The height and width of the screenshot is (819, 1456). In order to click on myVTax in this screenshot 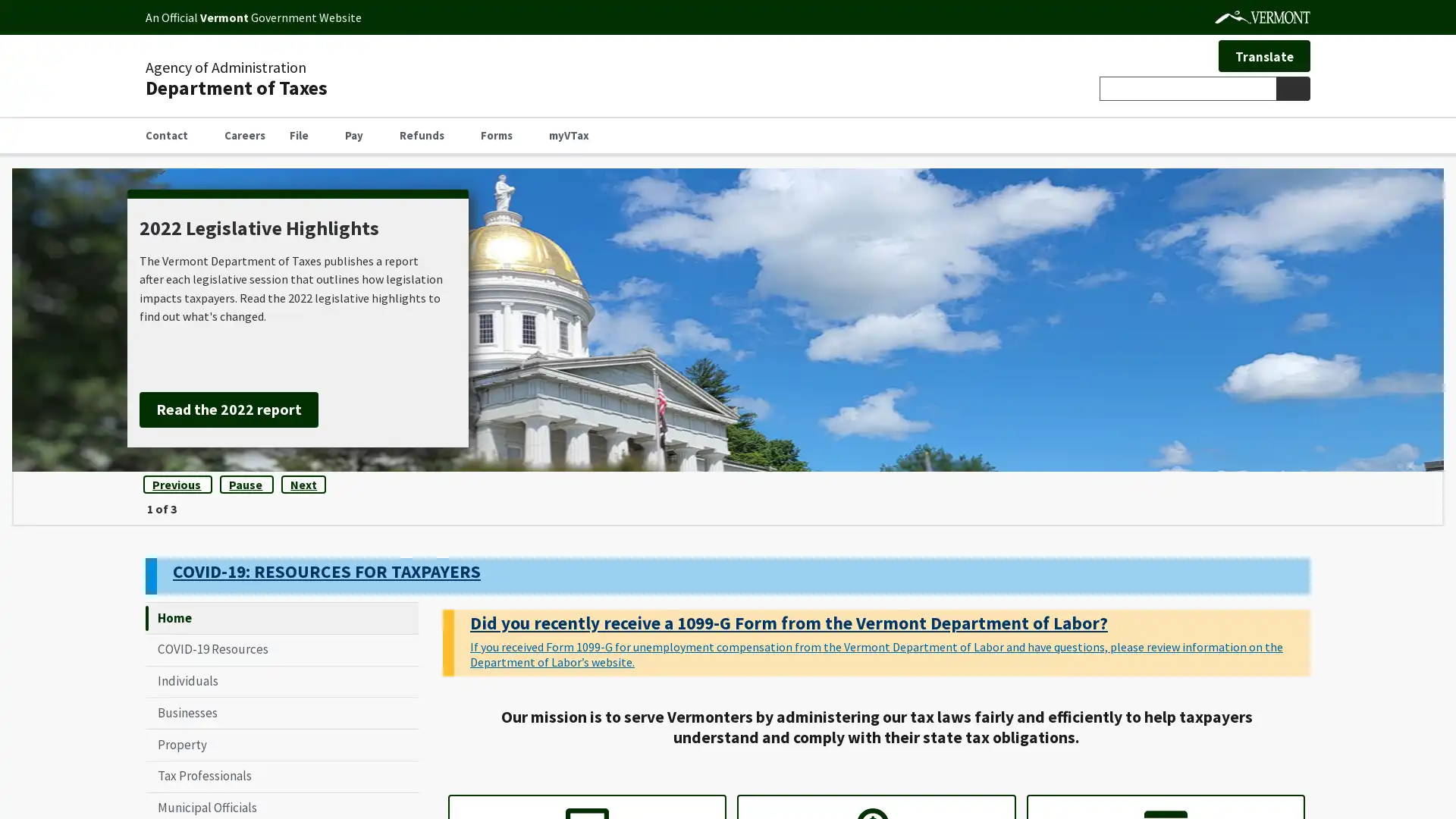, I will do `click(574, 133)`.